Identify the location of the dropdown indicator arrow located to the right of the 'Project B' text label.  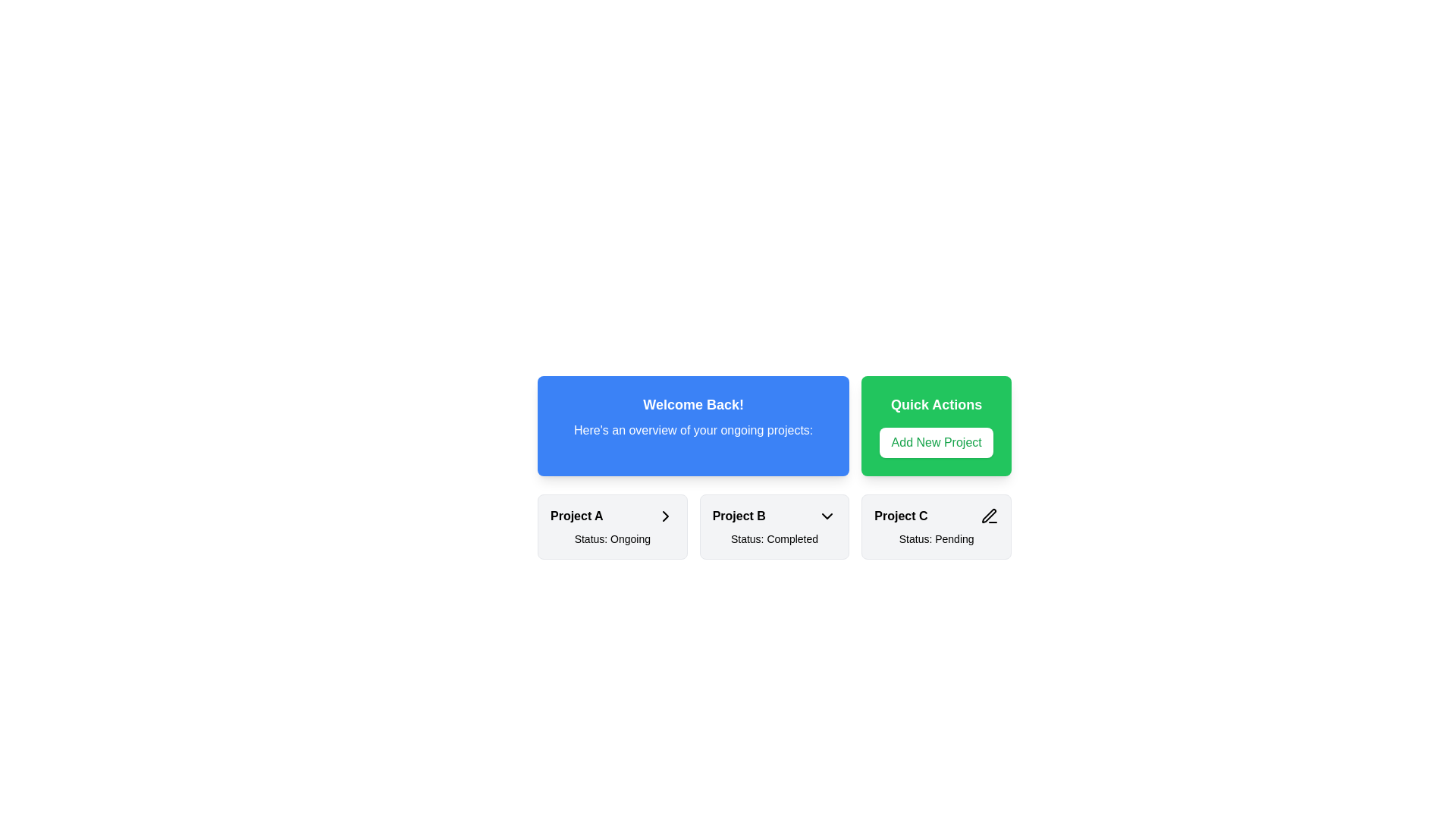
(826, 516).